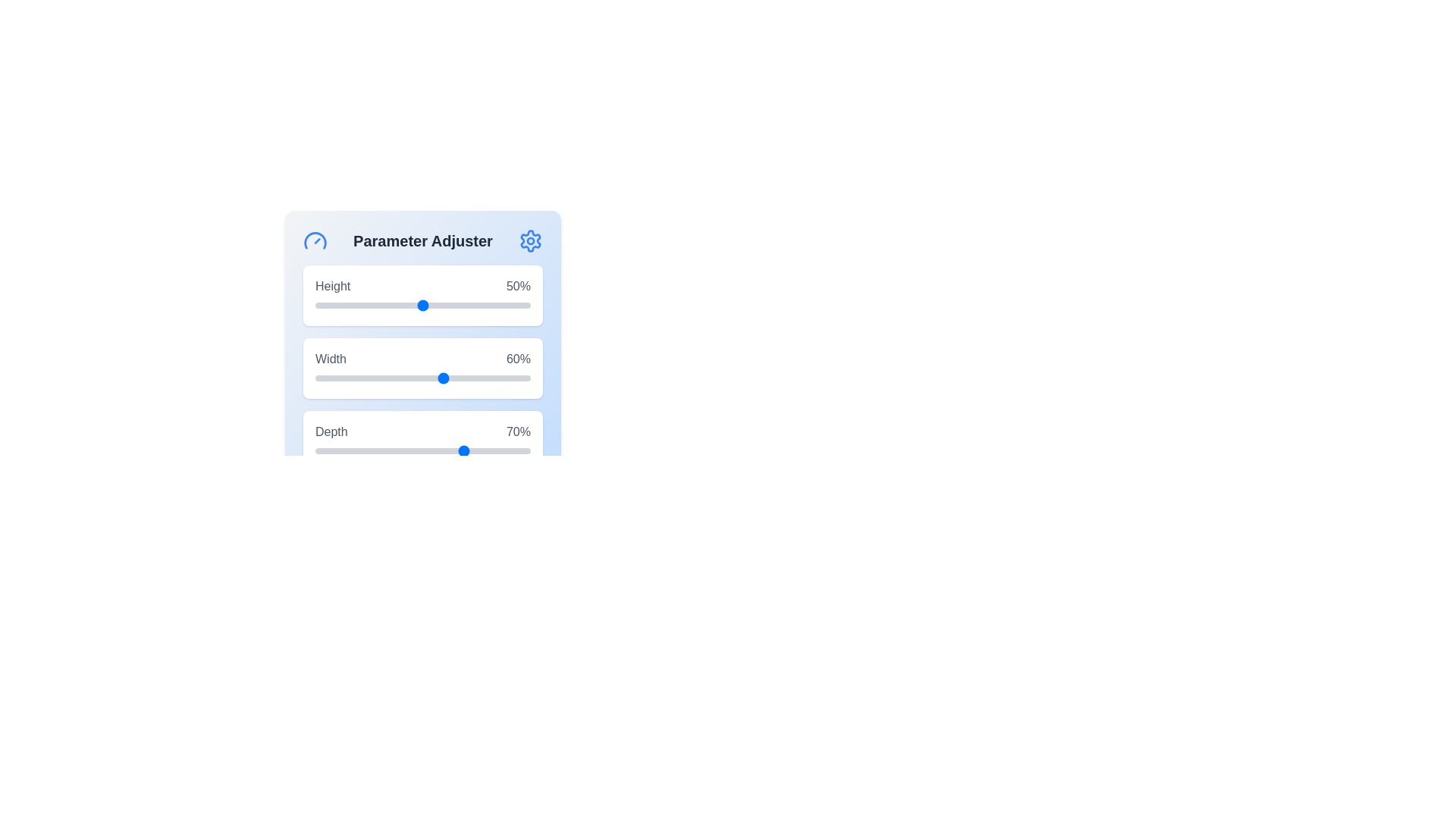 The image size is (1456, 819). I want to click on the gauge icon in the header of the Parameter Adjuster component, so click(315, 240).